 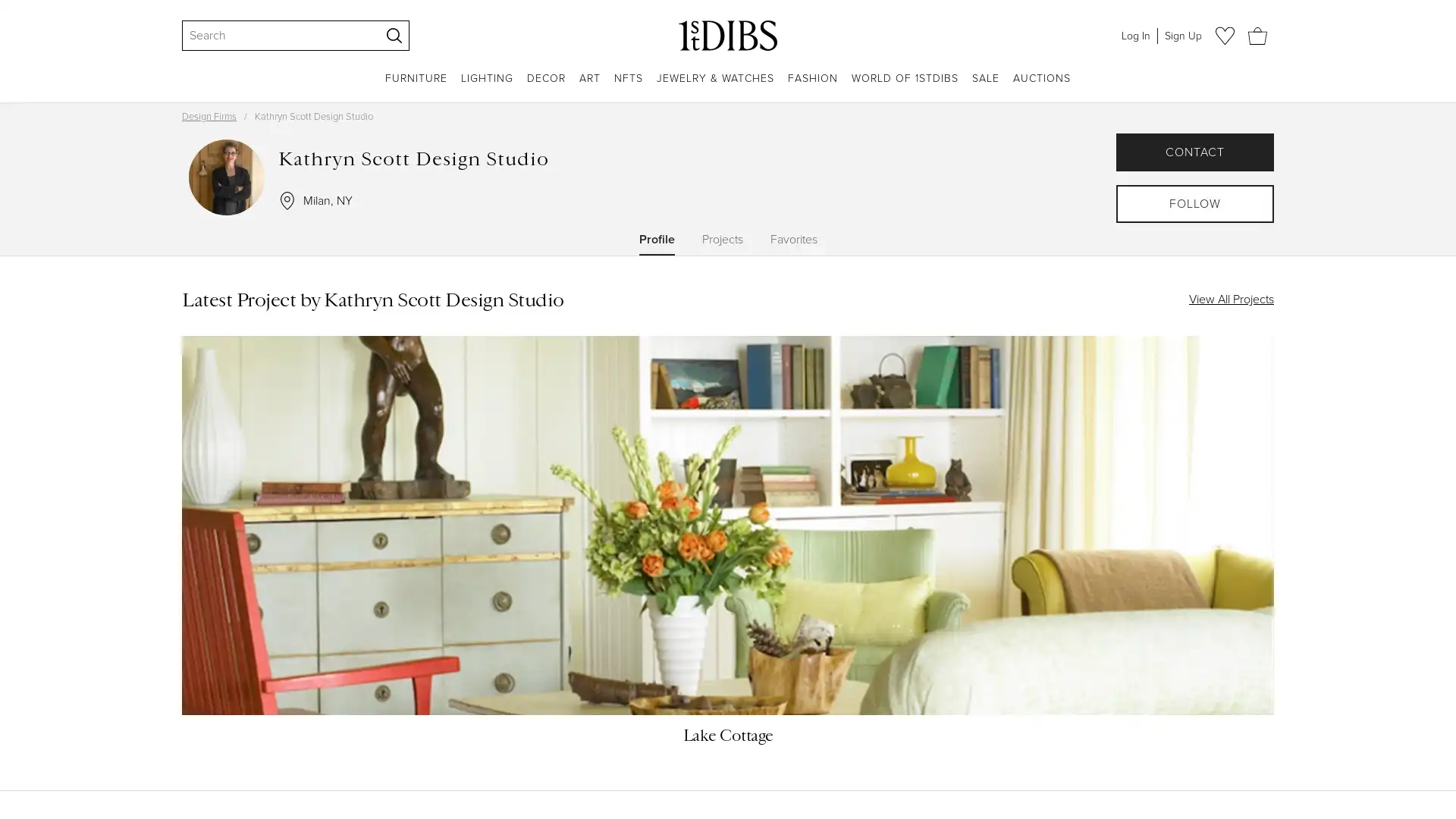 I want to click on View All Projects, so click(x=1231, y=299).